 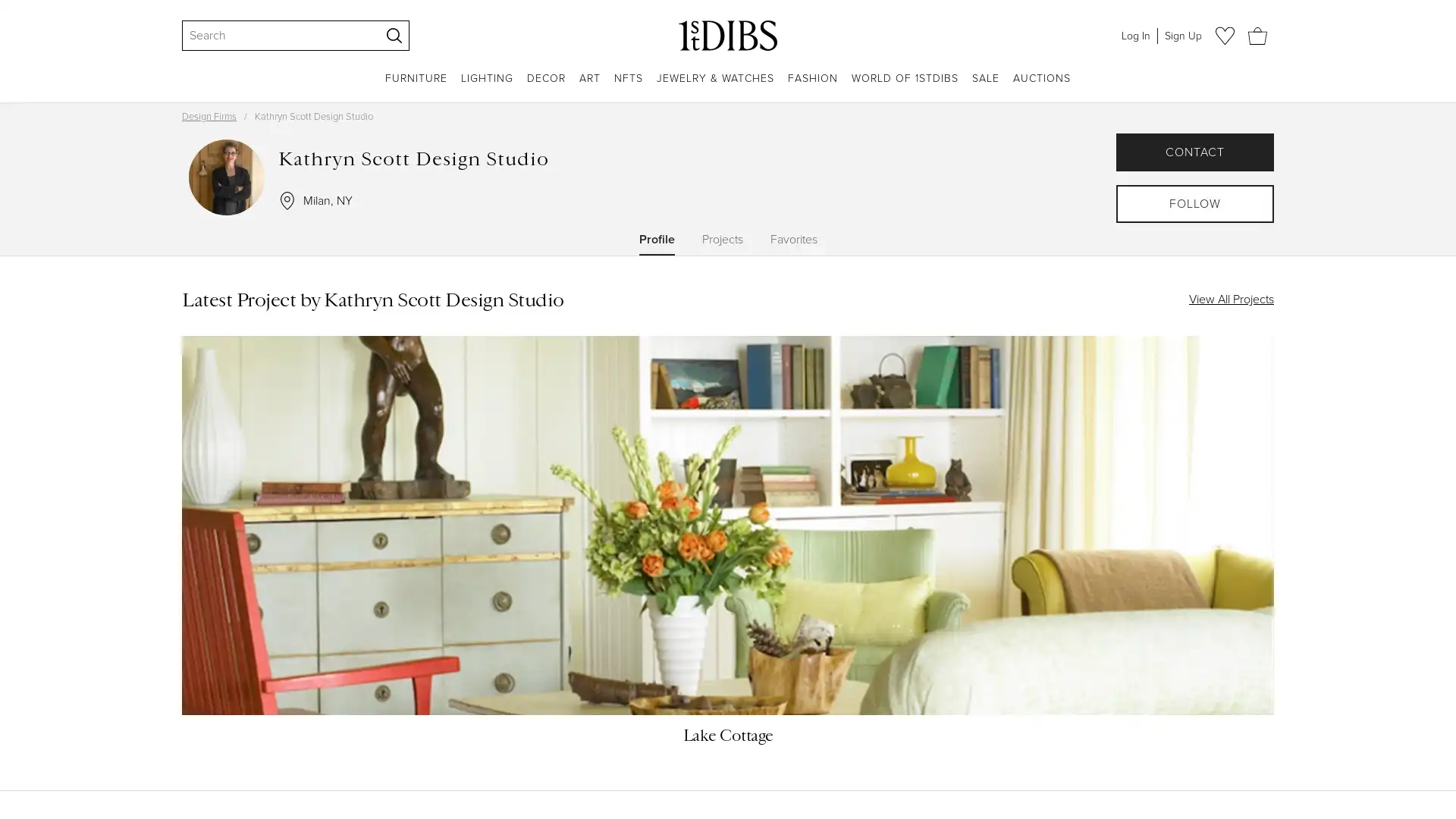 I want to click on View All Projects, so click(x=1231, y=299).